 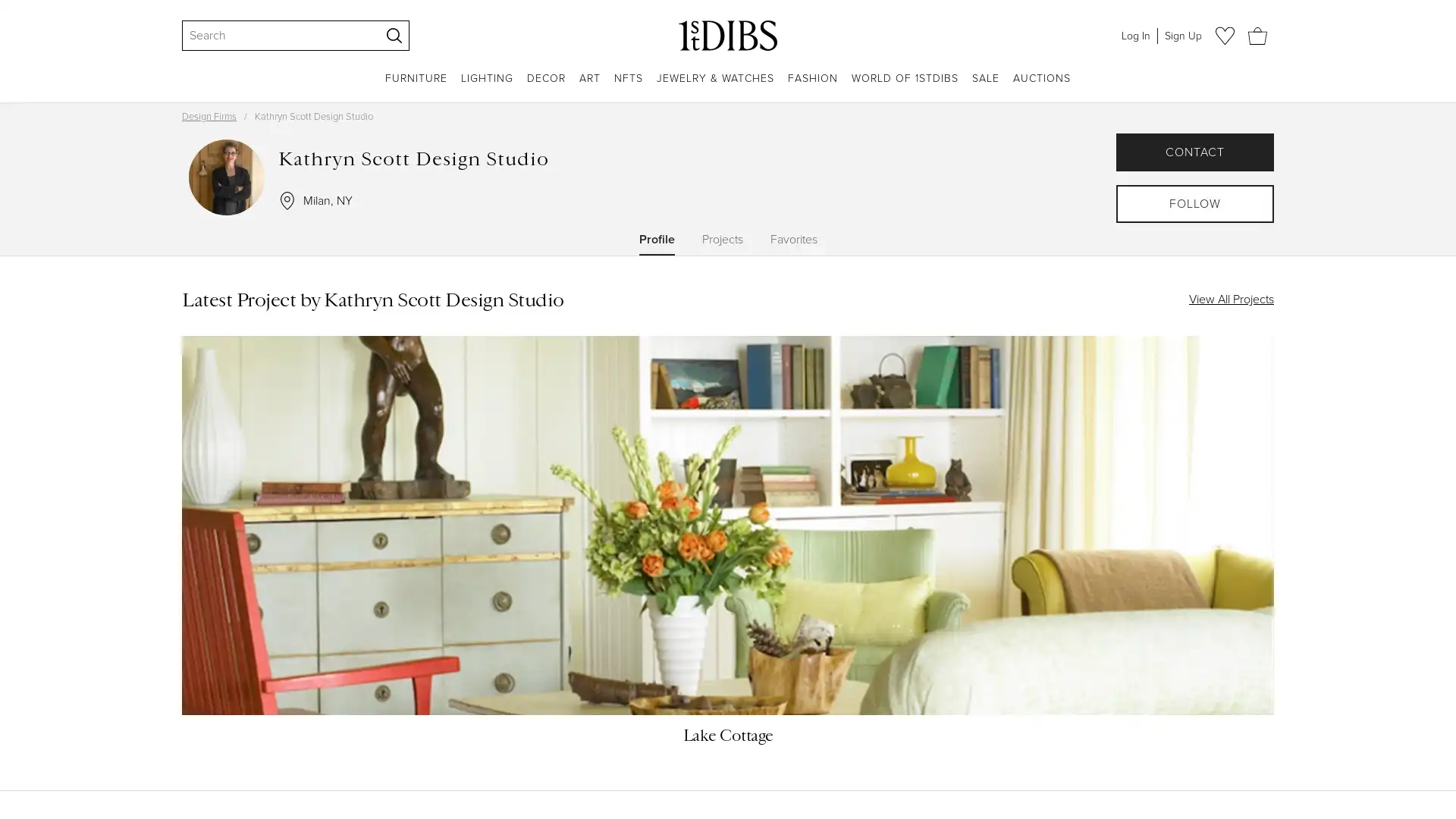 I want to click on View All Projects, so click(x=1231, y=299).